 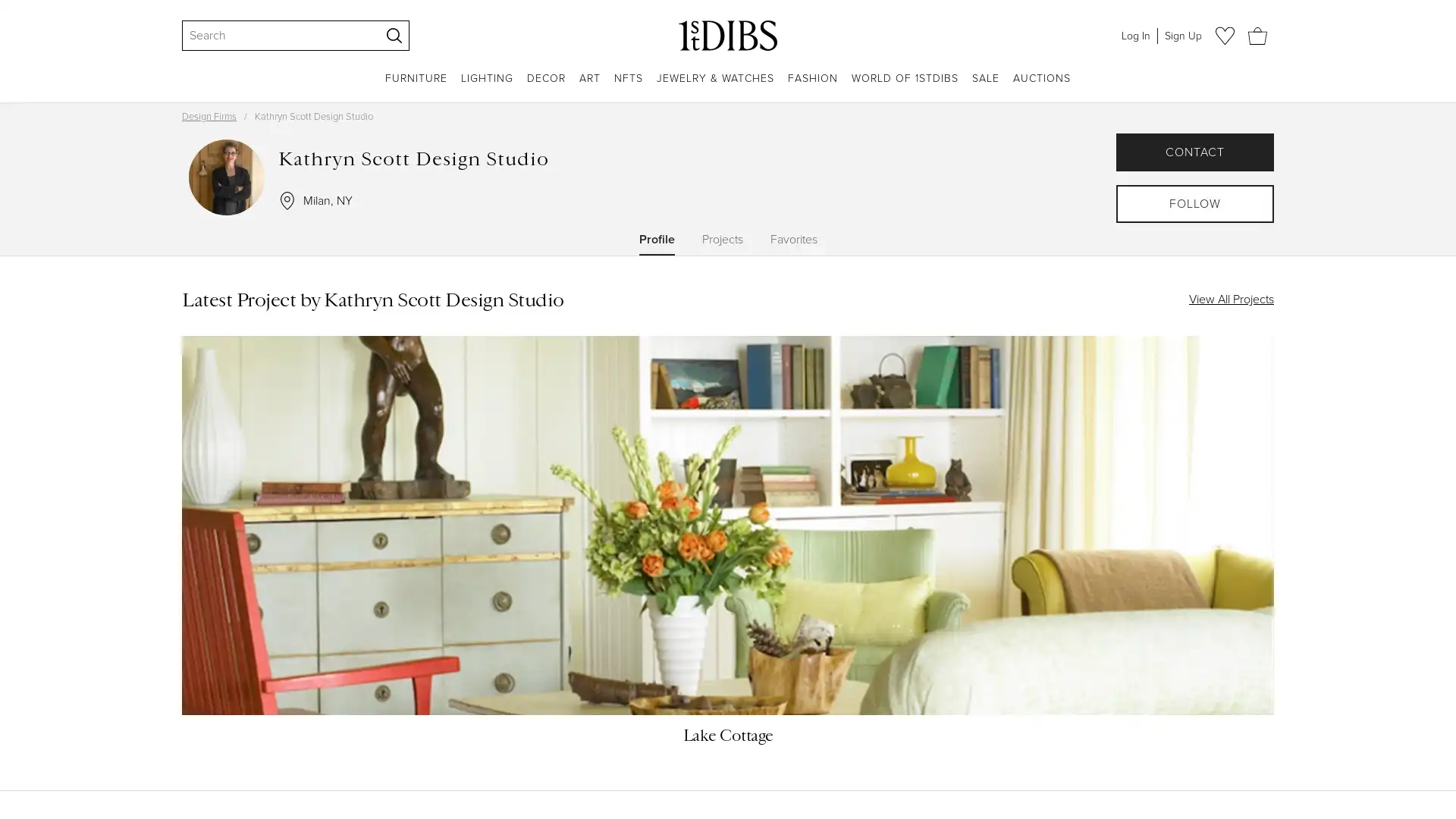 I want to click on View All Projects, so click(x=1231, y=299).